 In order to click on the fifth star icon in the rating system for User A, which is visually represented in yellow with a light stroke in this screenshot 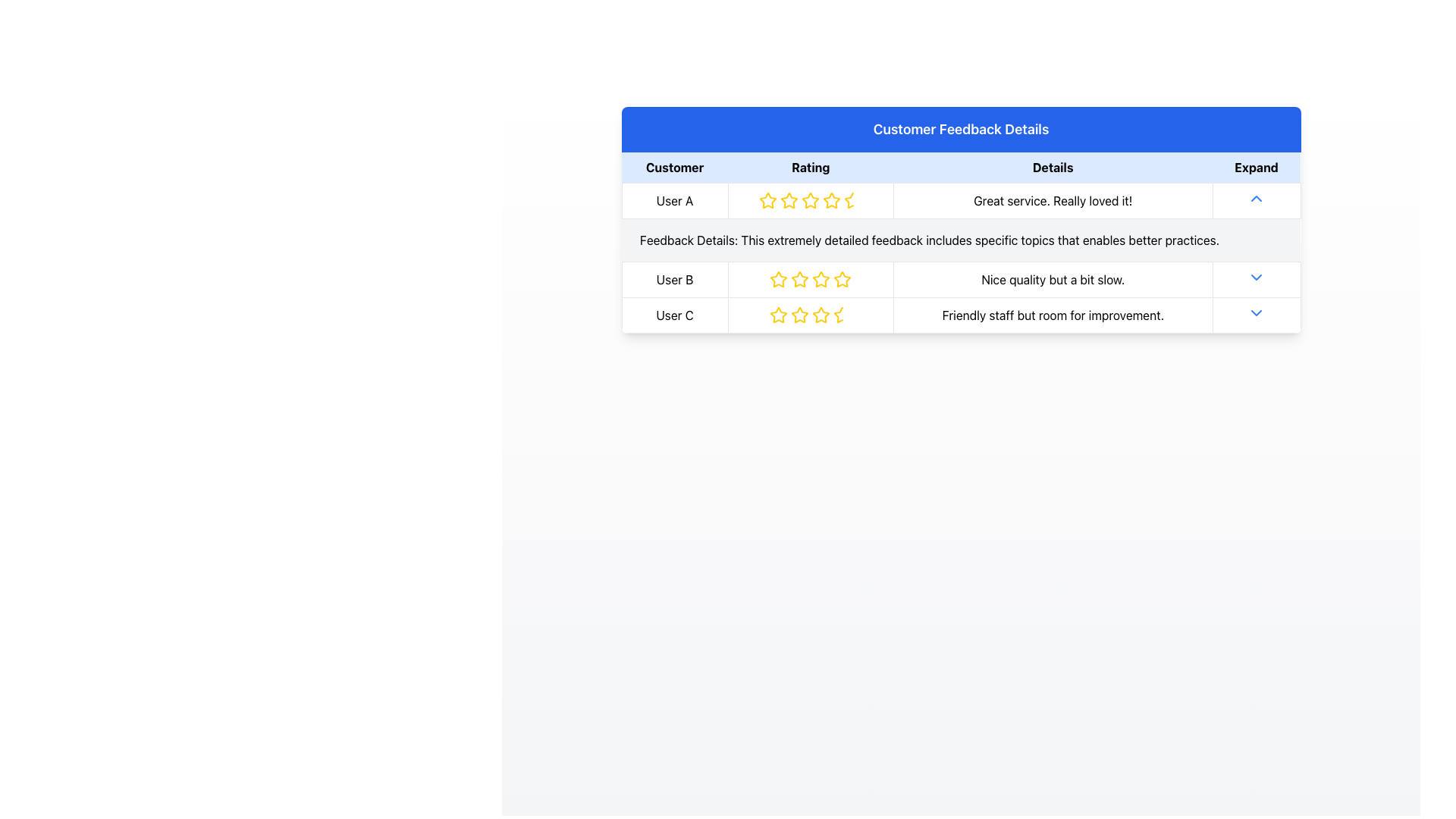, I will do `click(831, 200)`.